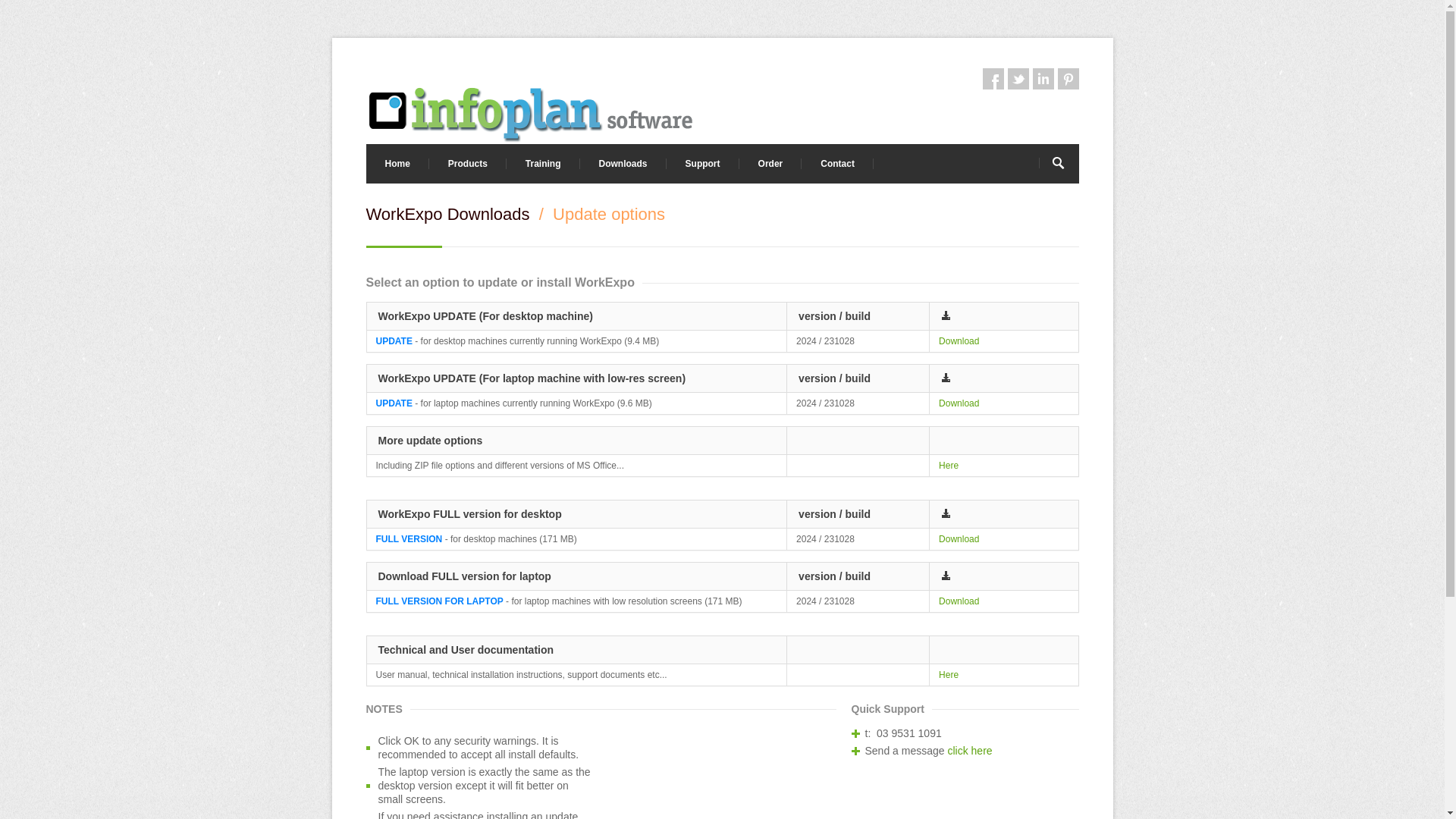  Describe the element at coordinates (1018, 79) in the screenshot. I see `'Twitter'` at that location.